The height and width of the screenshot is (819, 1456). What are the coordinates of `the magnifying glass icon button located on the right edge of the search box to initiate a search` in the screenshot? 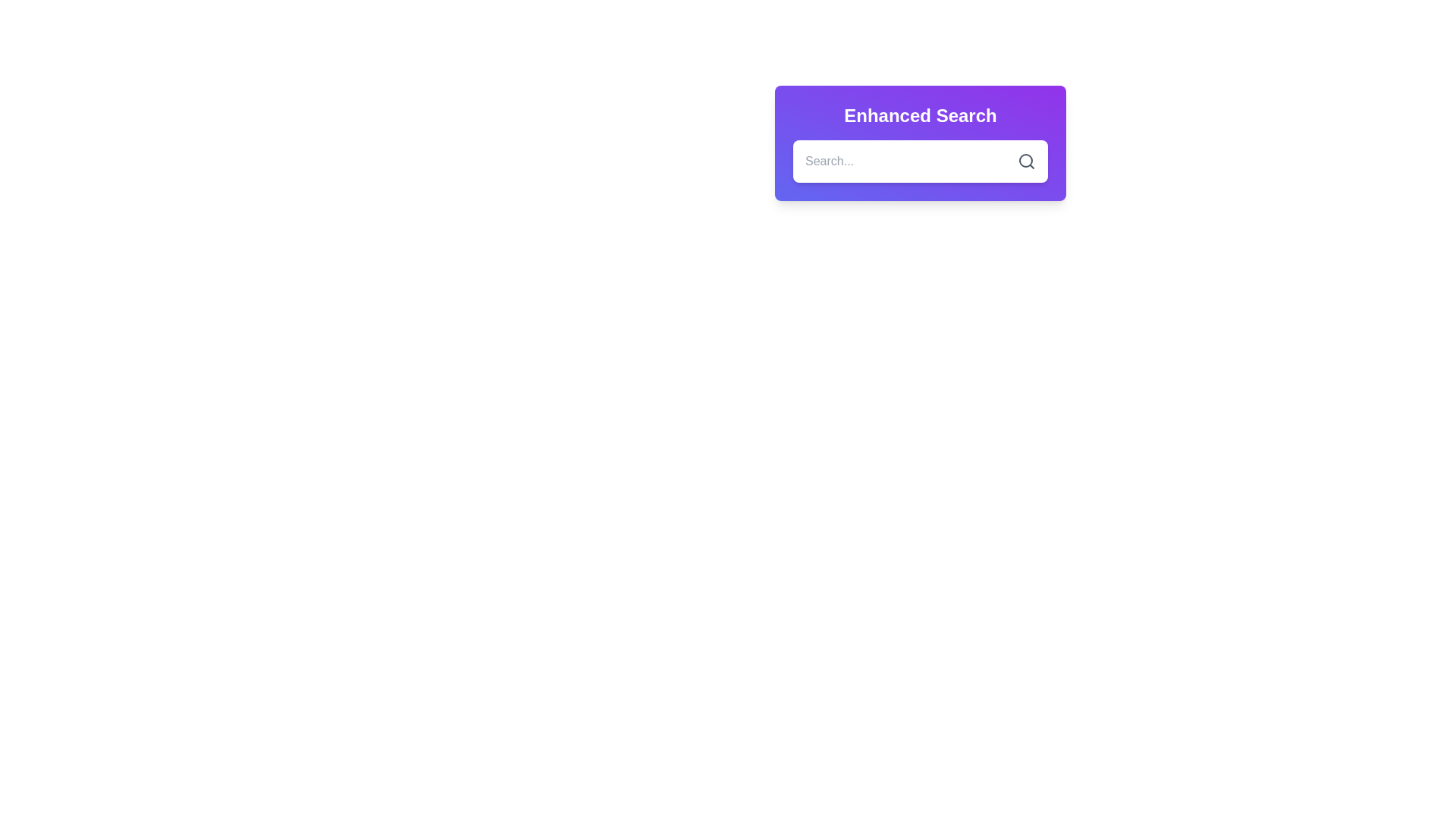 It's located at (1026, 161).